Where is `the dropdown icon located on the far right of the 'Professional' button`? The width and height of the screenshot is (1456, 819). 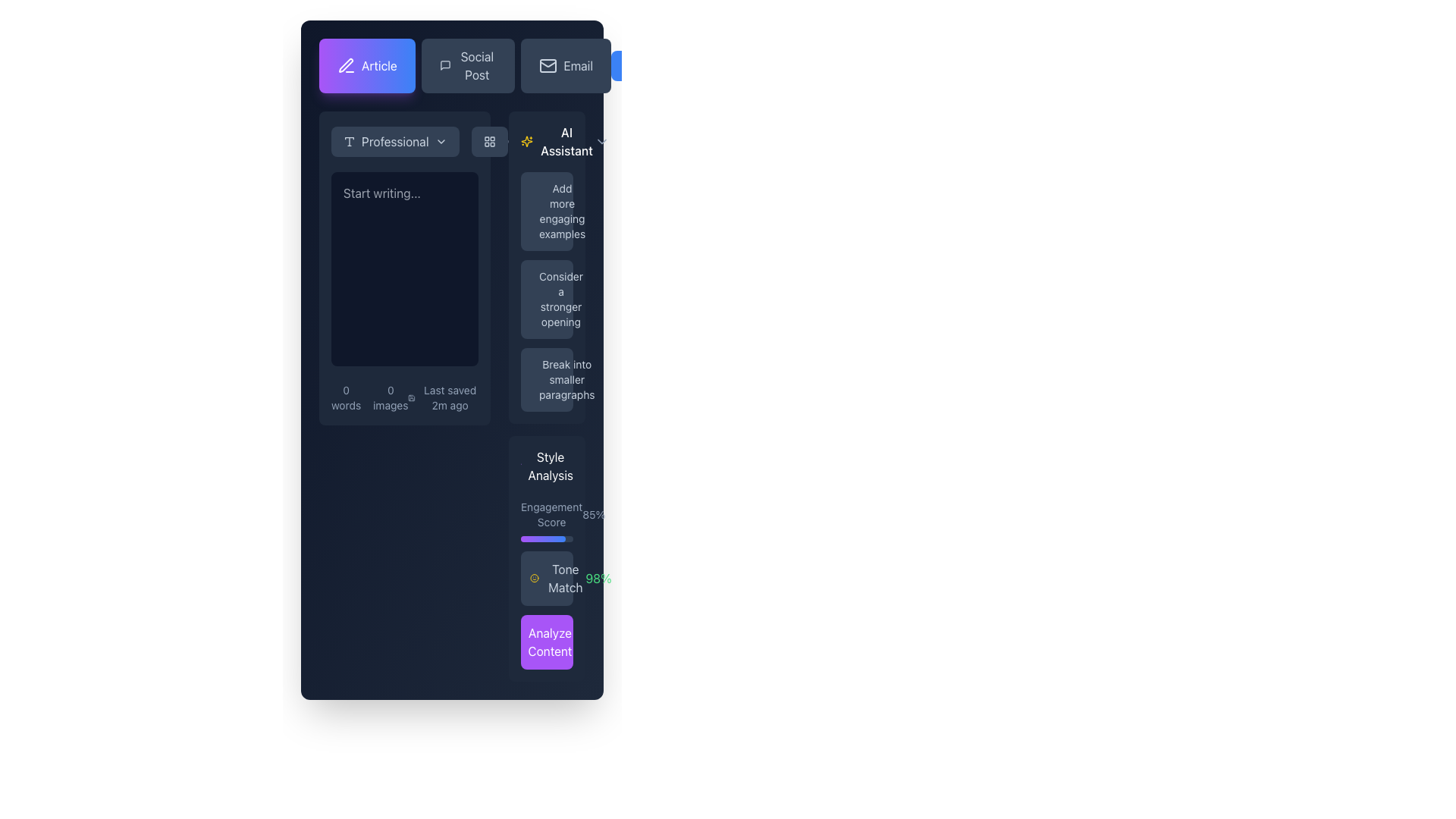
the dropdown icon located on the far right of the 'Professional' button is located at coordinates (440, 141).